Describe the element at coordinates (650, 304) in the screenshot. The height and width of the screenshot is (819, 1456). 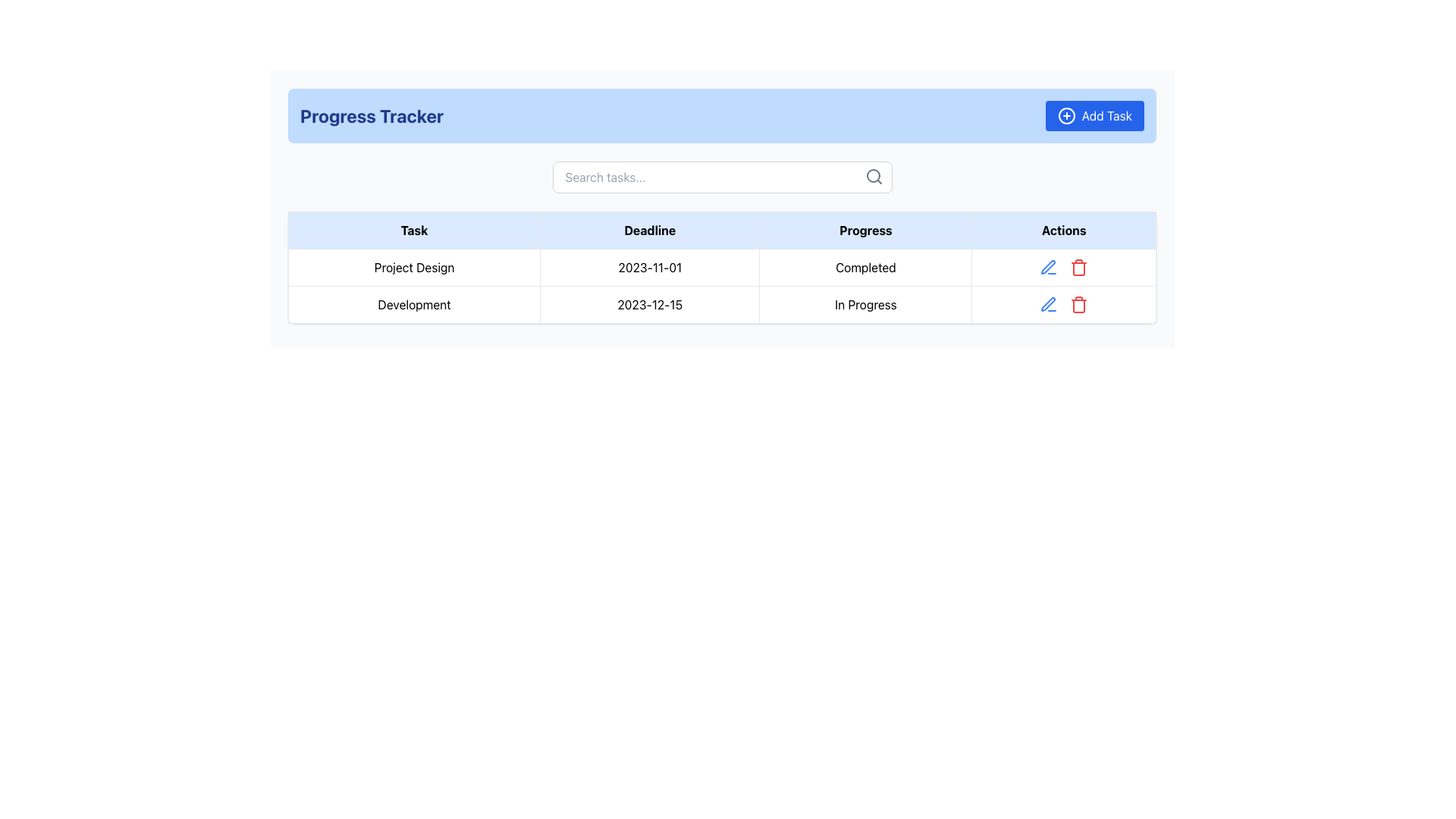
I see `displayed date information from the static text element showing '2023-12-15' in the 'Deadline' column of the 'Progress Tracker' table, located in the second row` at that location.